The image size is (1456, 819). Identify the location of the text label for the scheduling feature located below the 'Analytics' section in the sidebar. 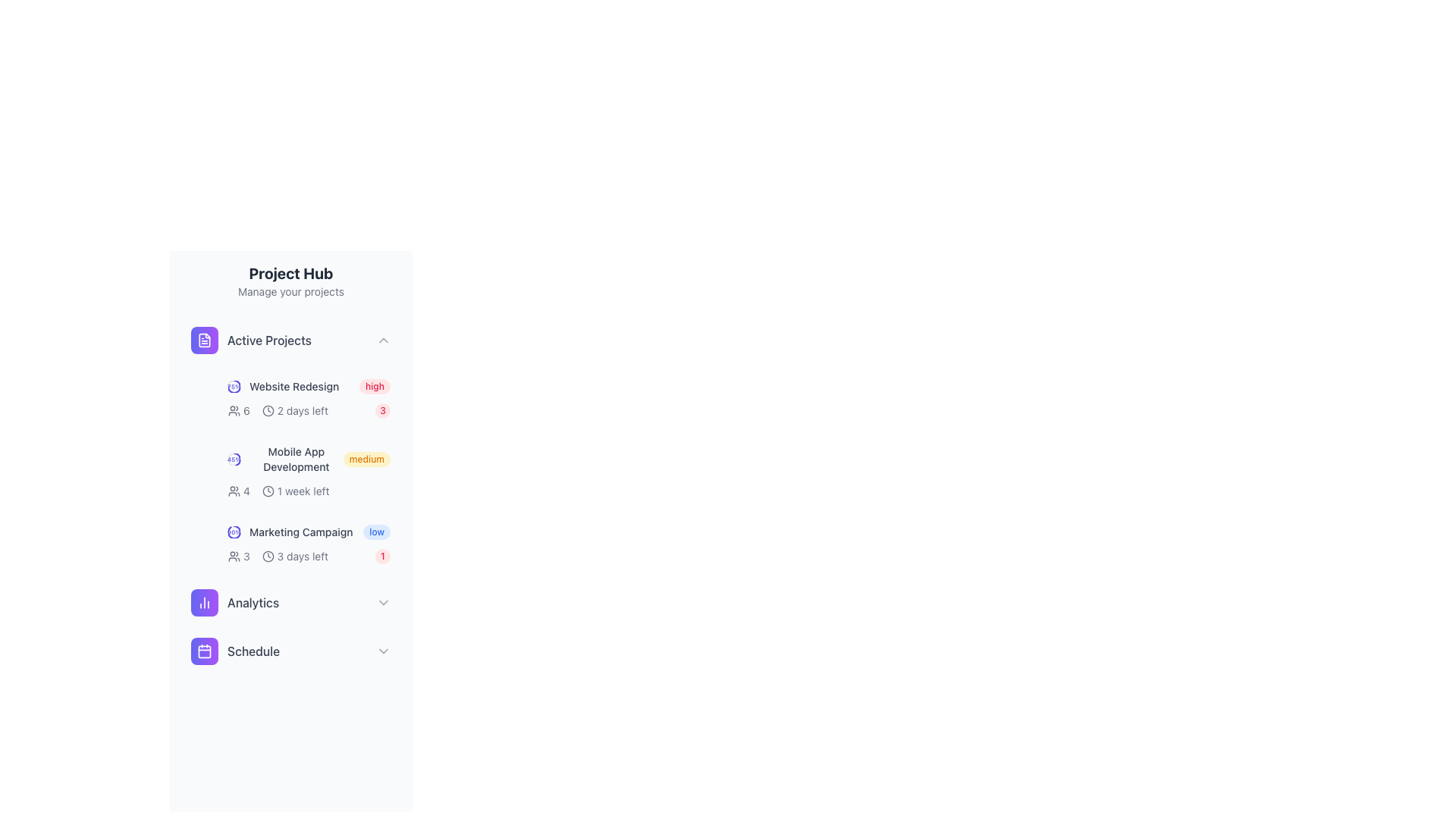
(253, 651).